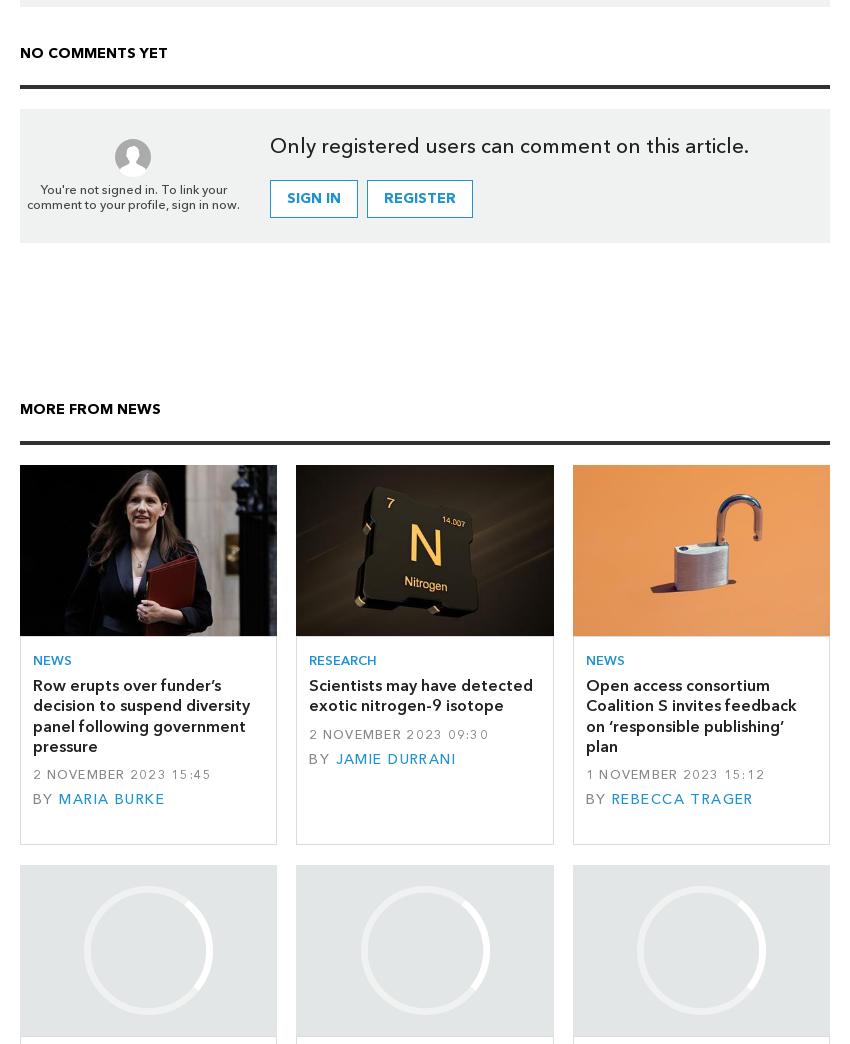 This screenshot has height=1044, width=850. I want to click on '2 November 2023 15:45', so click(121, 774).